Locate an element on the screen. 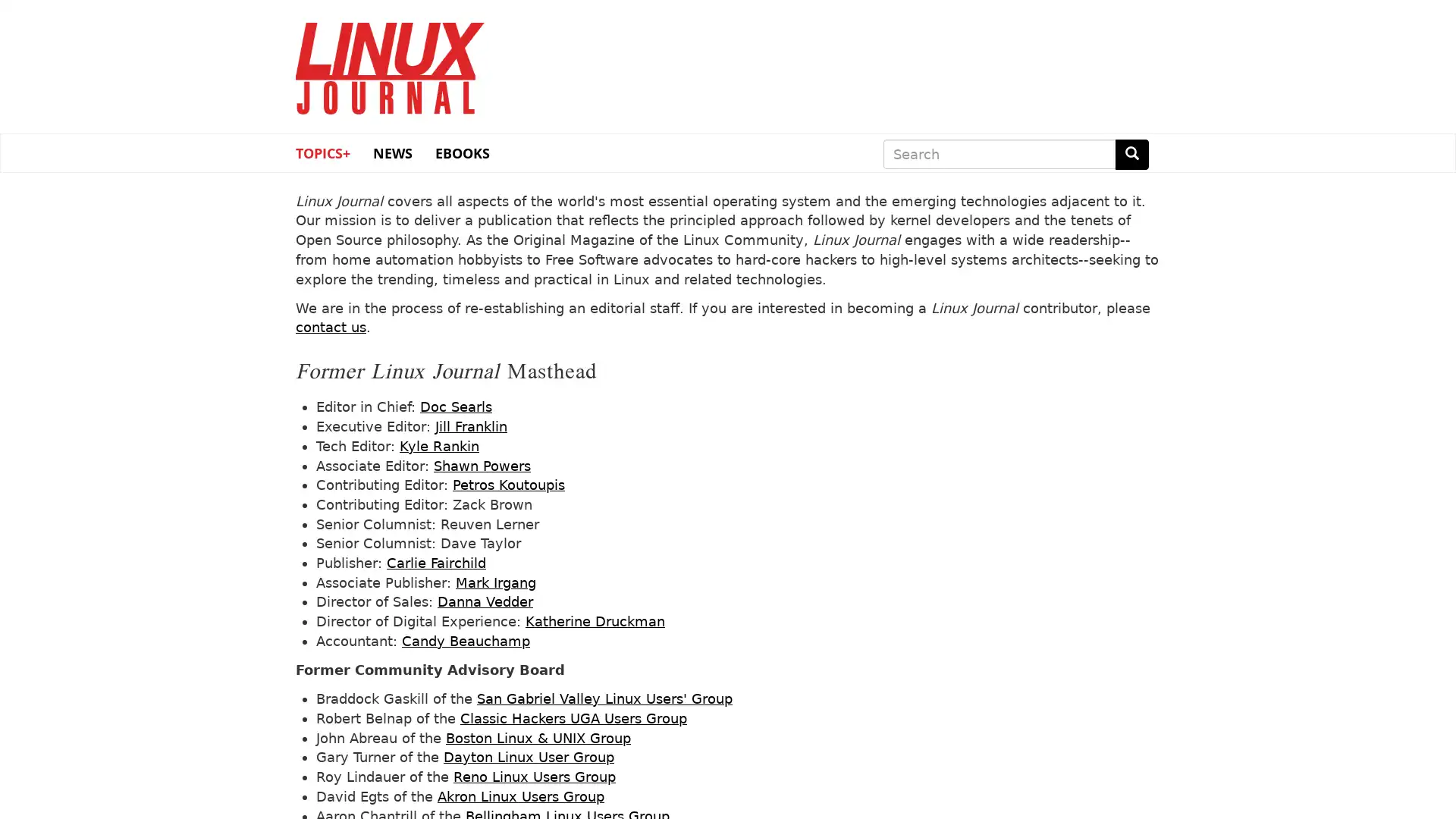  Search is located at coordinates (1131, 154).